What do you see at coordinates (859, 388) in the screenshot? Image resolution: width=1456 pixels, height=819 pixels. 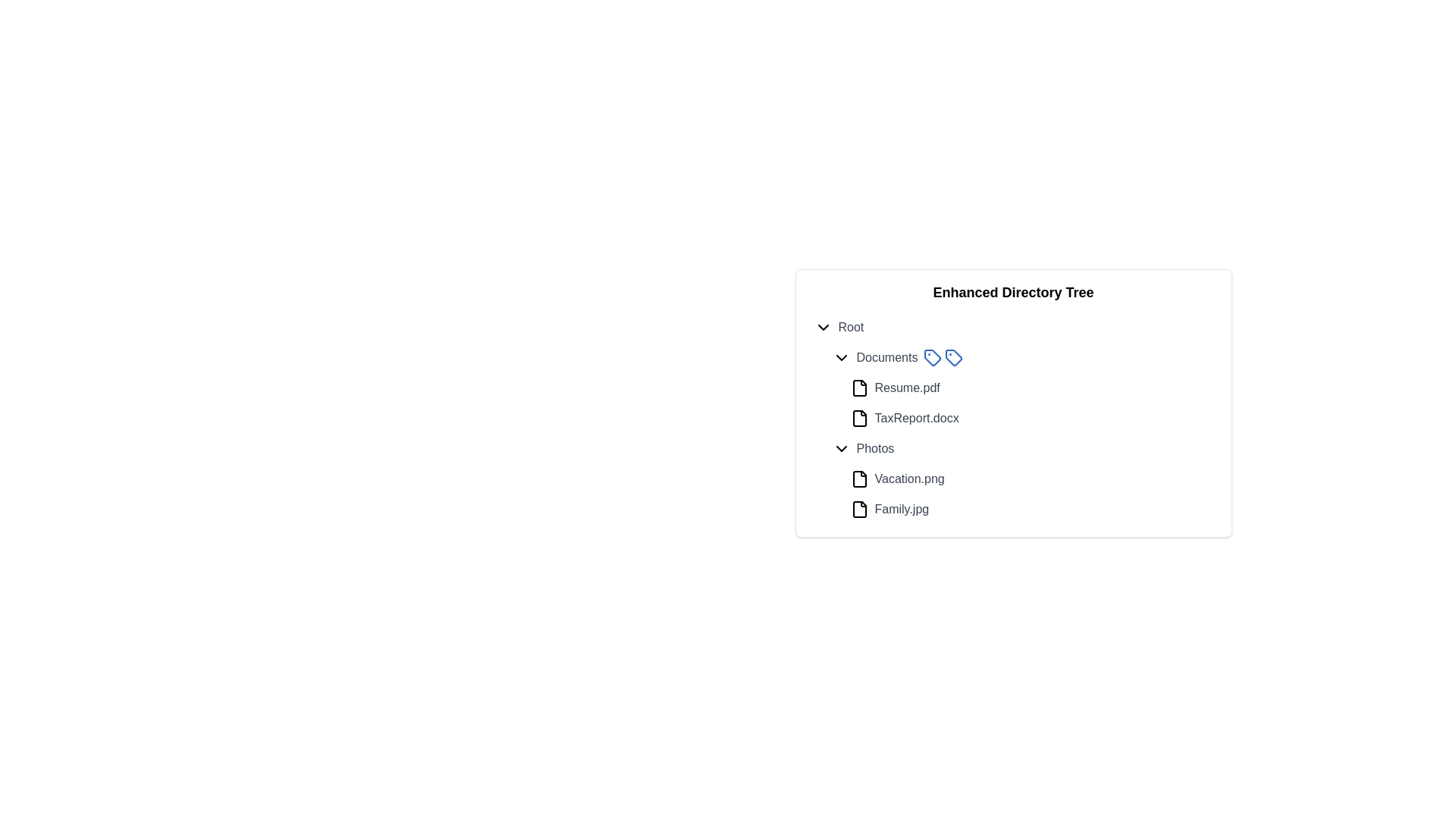 I see `the document icon representing 'Resume.pdf' located in the 'Documents' section of the file directory interface` at bounding box center [859, 388].